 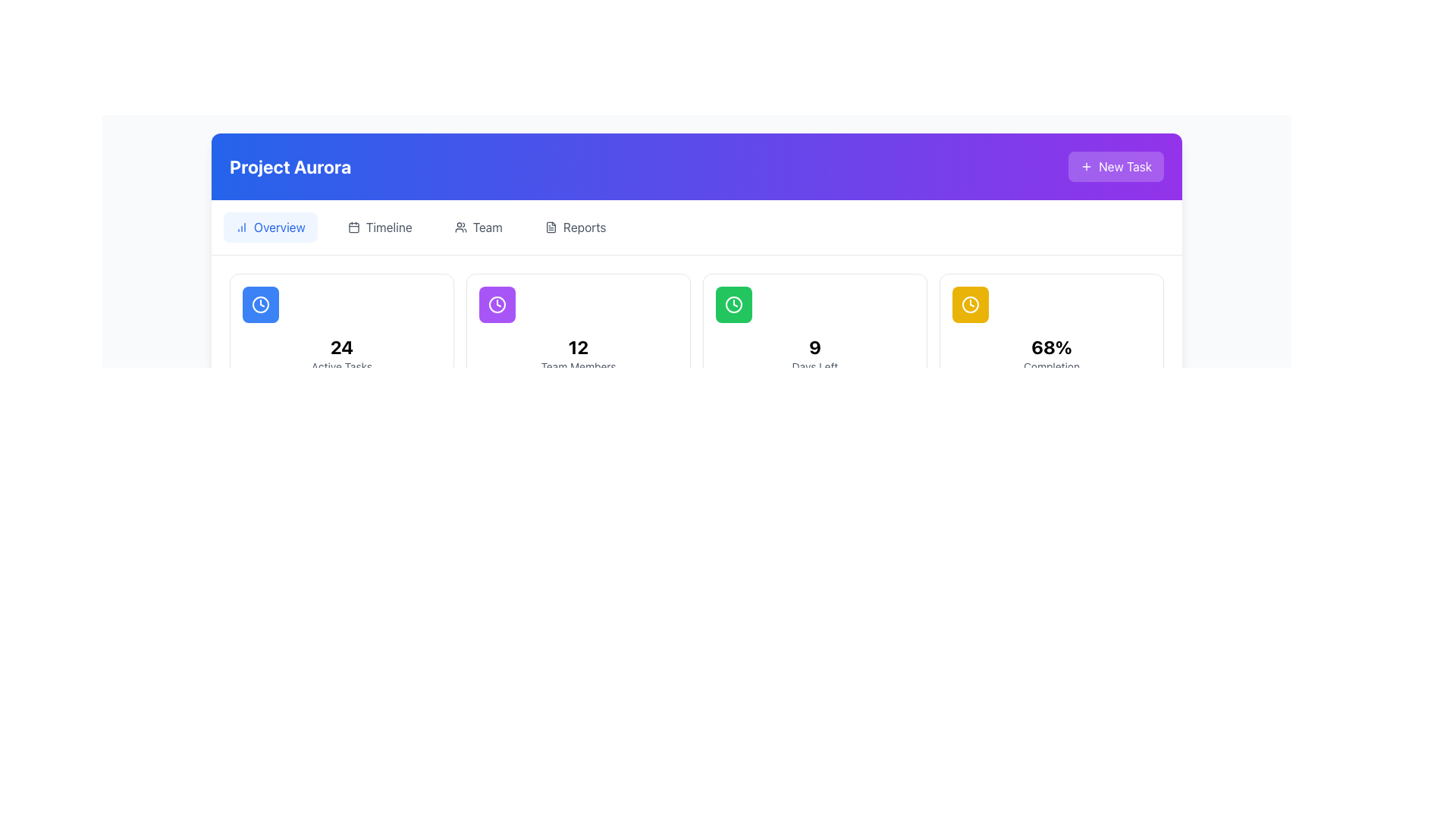 What do you see at coordinates (497, 304) in the screenshot?
I see `the time or schedule icon located within the second column card, which displays '12 Team Members' below it` at bounding box center [497, 304].